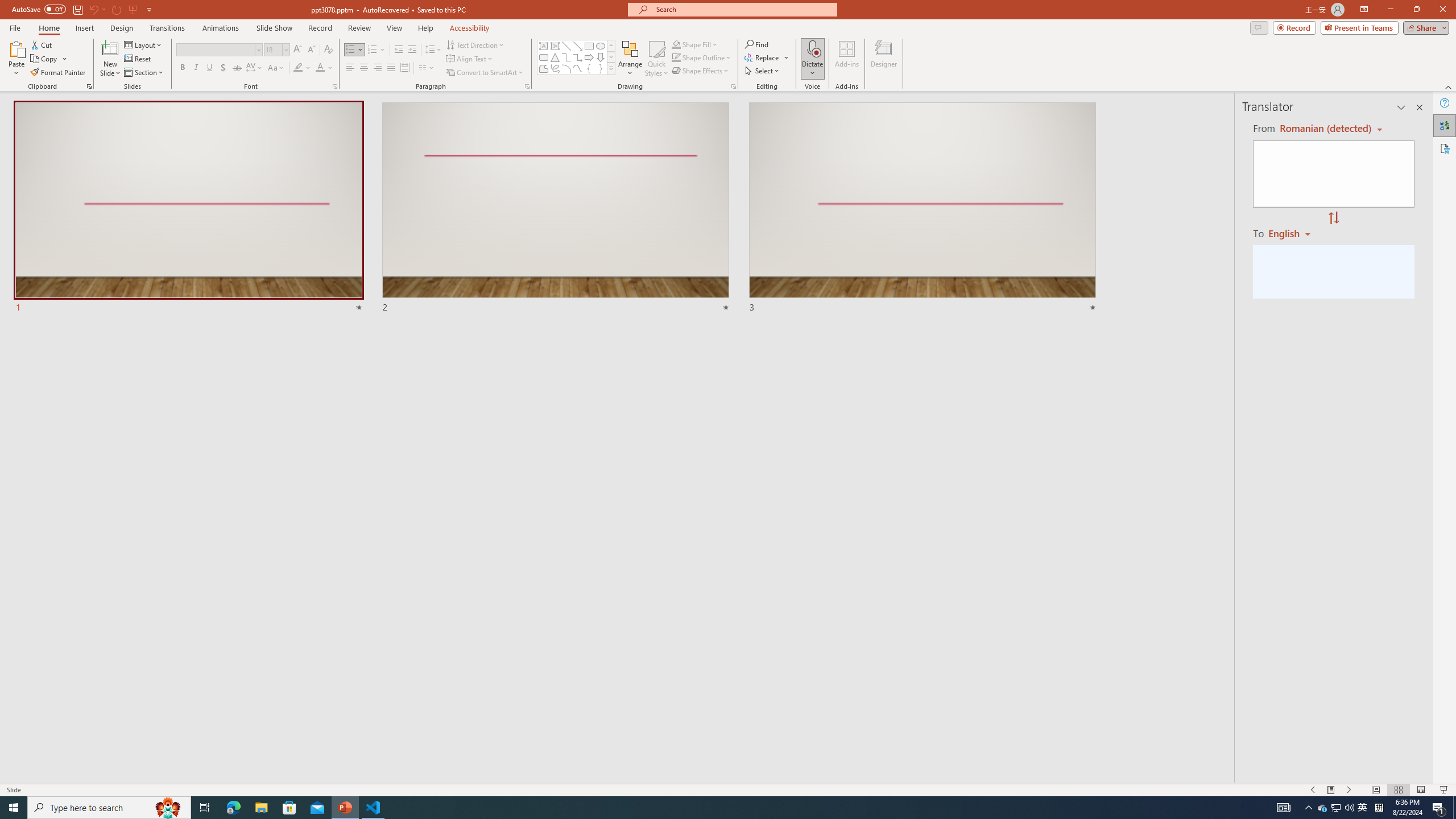  What do you see at coordinates (1331, 790) in the screenshot?
I see `'Menu On'` at bounding box center [1331, 790].